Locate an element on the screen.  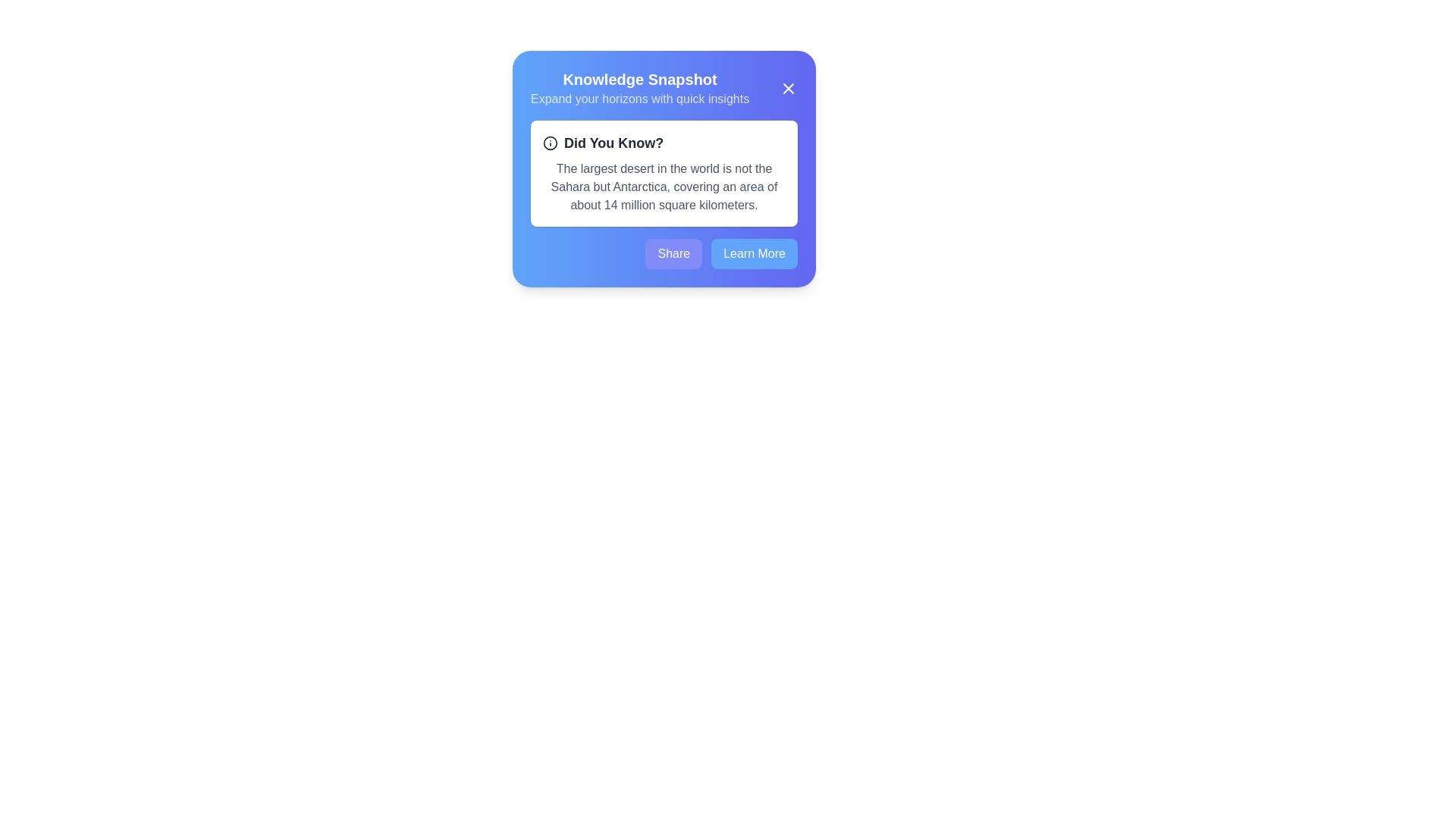
the close button located in the upper right-hand side of the 'Knowledge Snapshot' card is located at coordinates (789, 88).